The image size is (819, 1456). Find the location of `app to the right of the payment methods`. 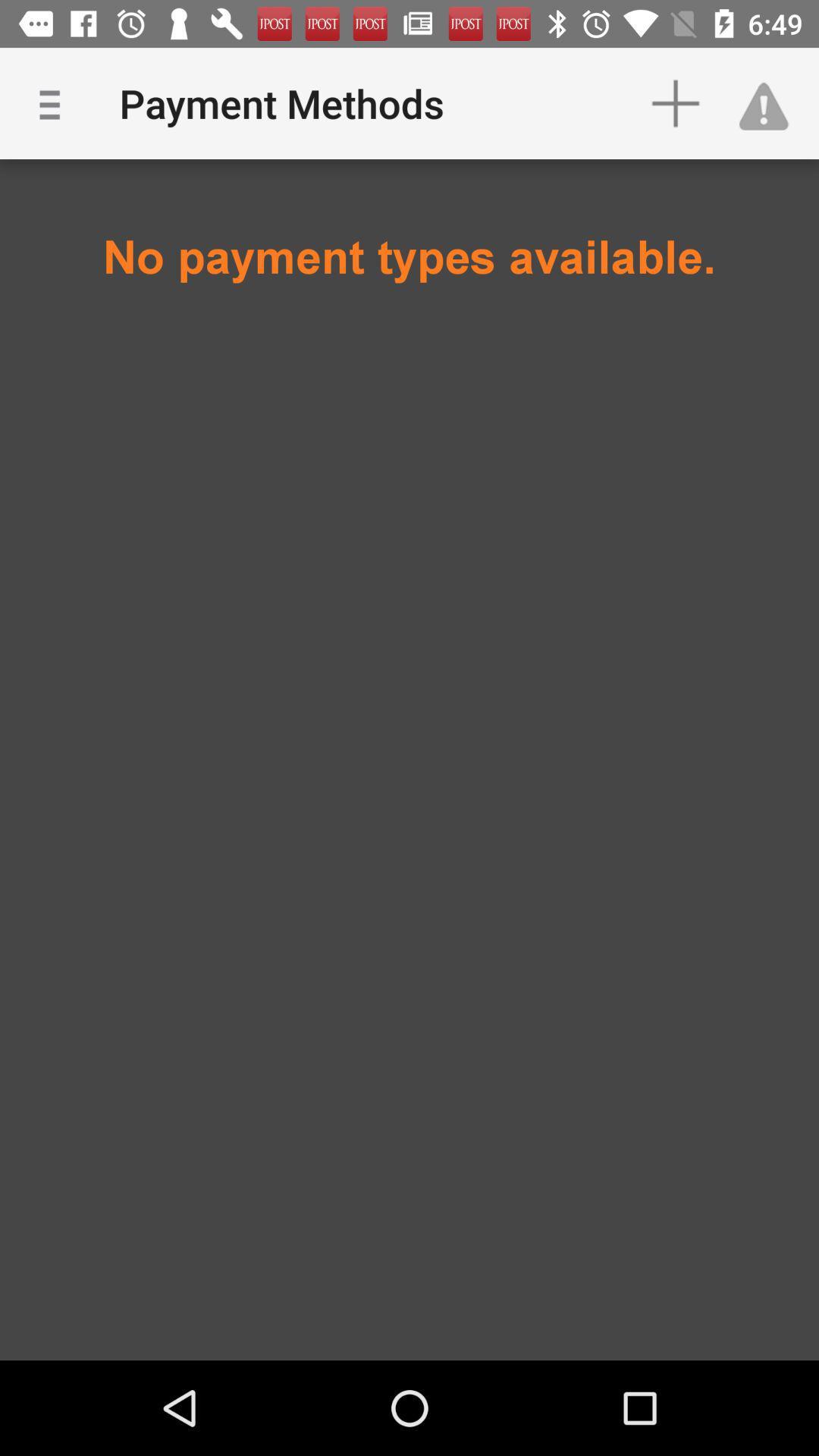

app to the right of the payment methods is located at coordinates (675, 102).